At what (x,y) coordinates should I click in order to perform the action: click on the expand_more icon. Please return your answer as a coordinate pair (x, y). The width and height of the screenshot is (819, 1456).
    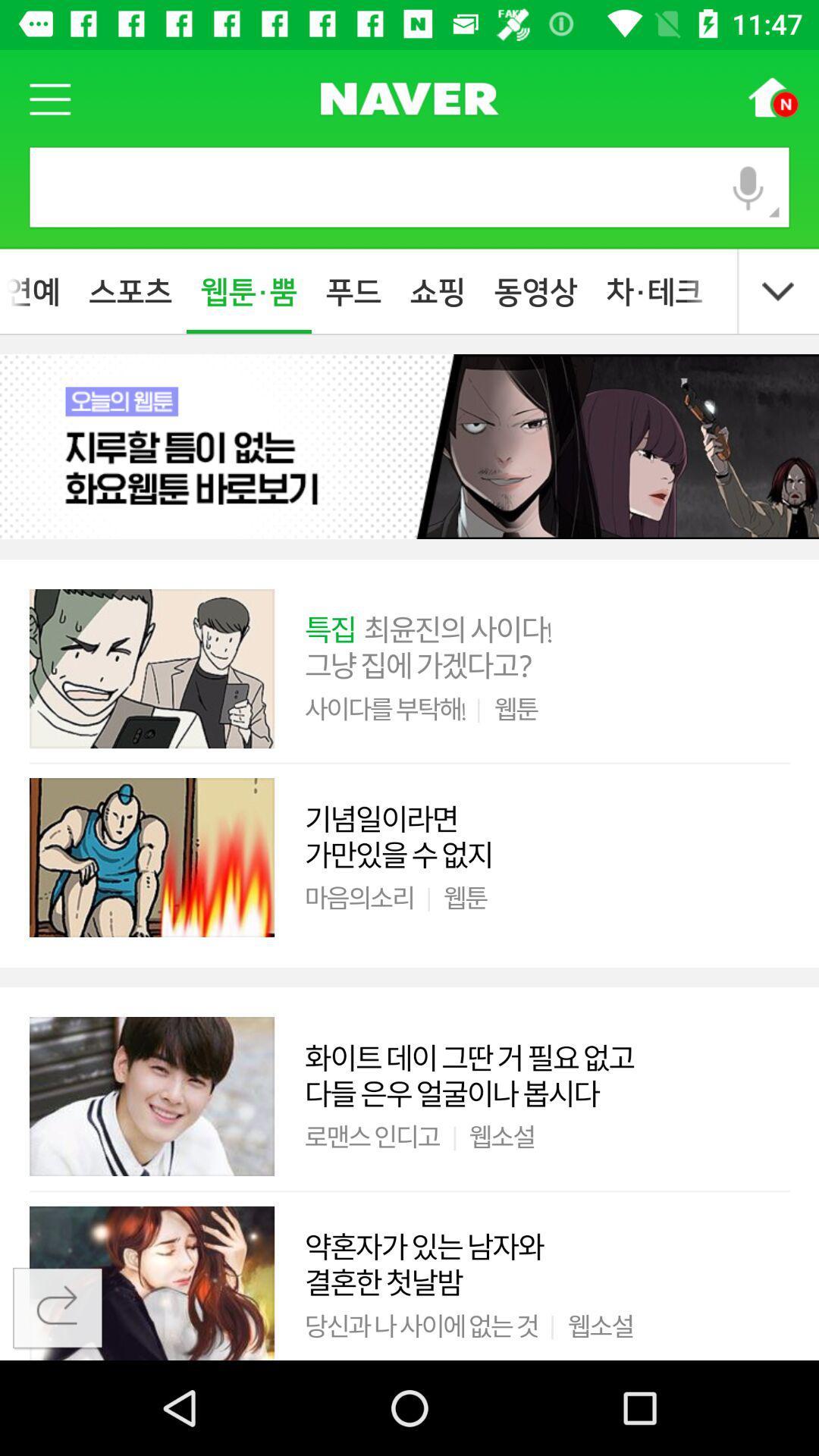
    Looking at the image, I should click on (778, 292).